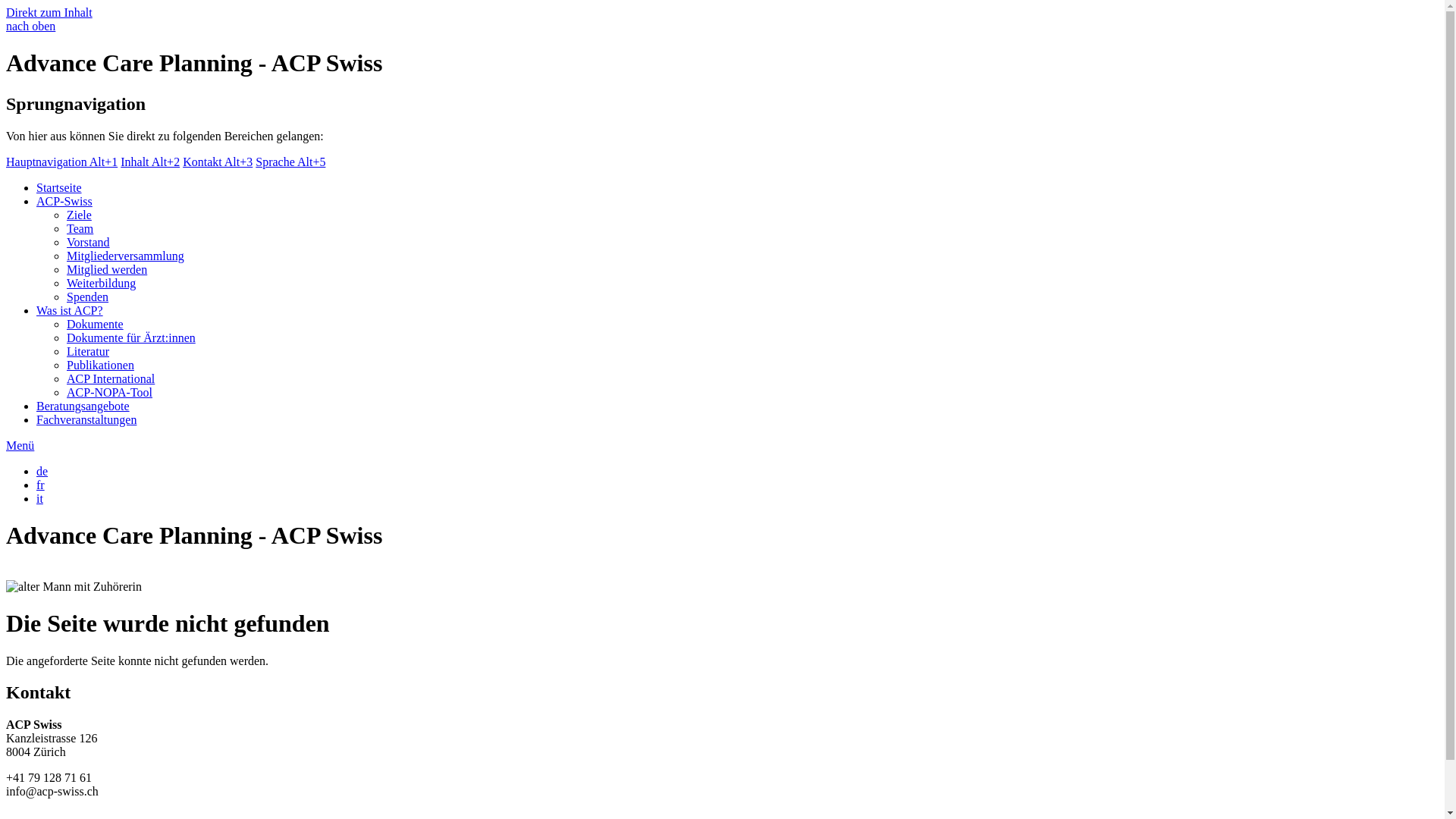  What do you see at coordinates (36, 187) in the screenshot?
I see `'Startseite'` at bounding box center [36, 187].